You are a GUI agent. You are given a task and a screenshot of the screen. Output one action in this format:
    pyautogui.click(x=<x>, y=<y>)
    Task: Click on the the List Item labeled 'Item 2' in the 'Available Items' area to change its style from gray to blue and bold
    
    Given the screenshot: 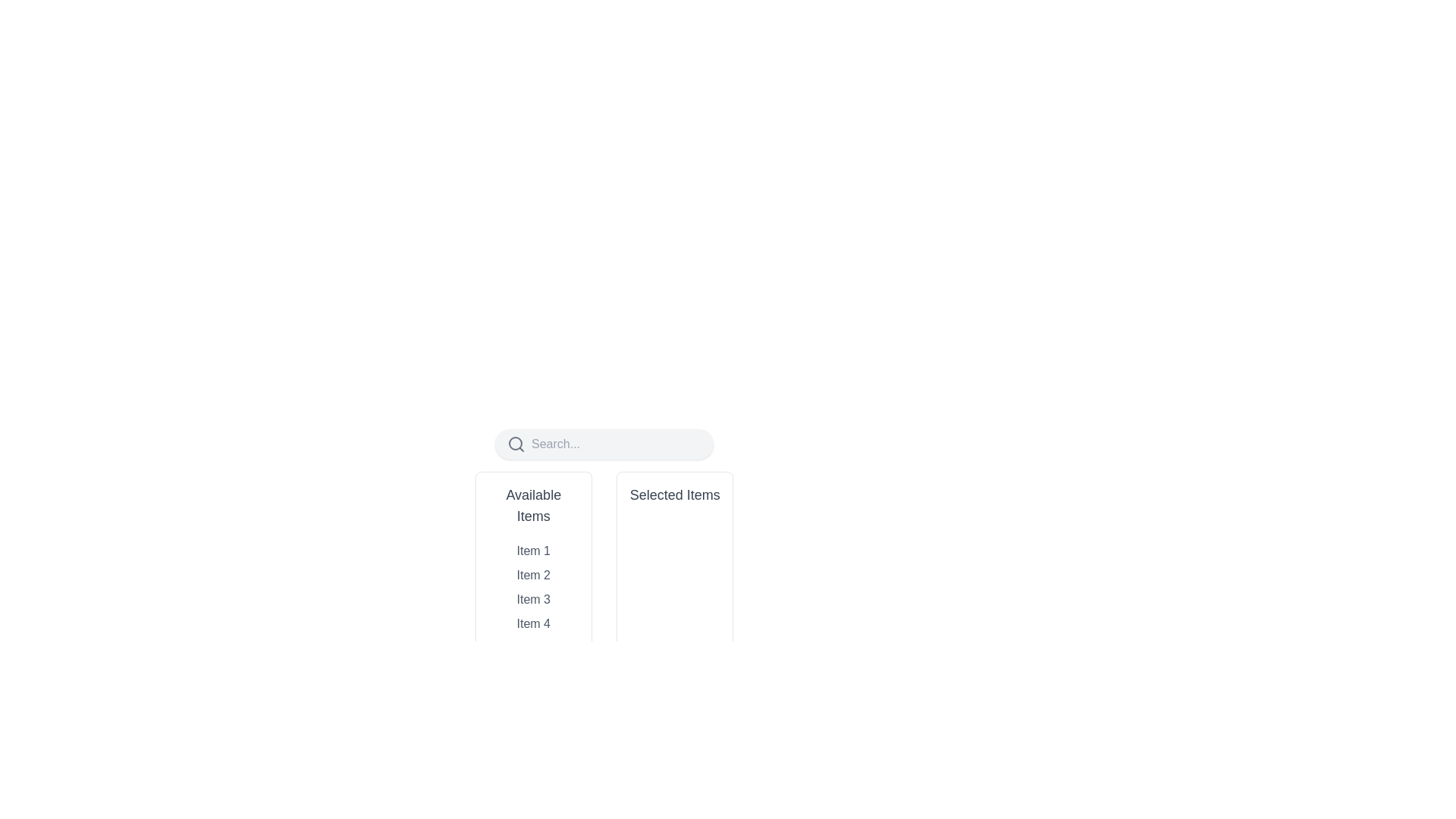 What is the action you would take?
    pyautogui.click(x=533, y=576)
    